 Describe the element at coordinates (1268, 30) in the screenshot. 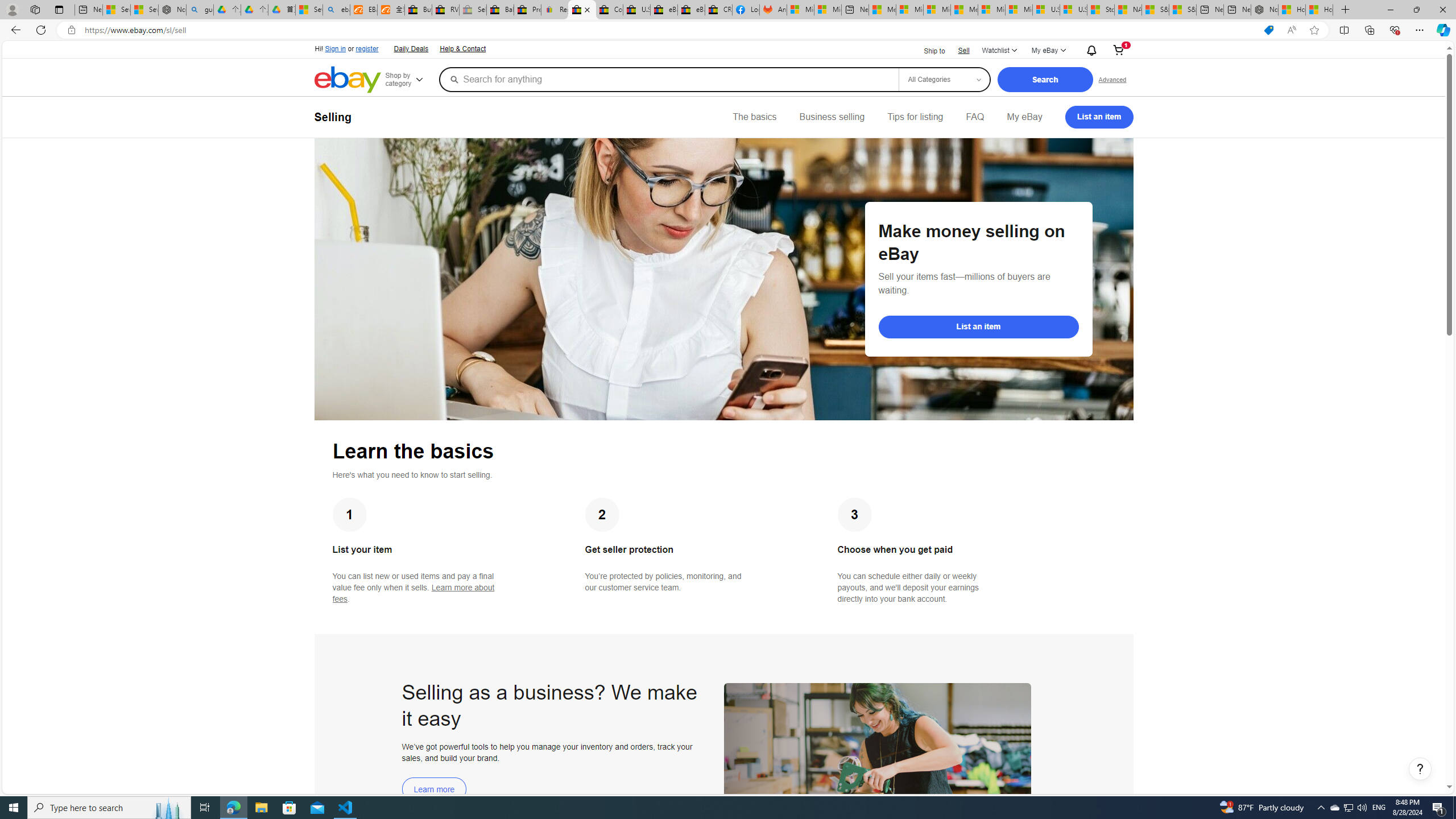

I see `'This site has coupons! Shopping in Microsoft Edge'` at that location.